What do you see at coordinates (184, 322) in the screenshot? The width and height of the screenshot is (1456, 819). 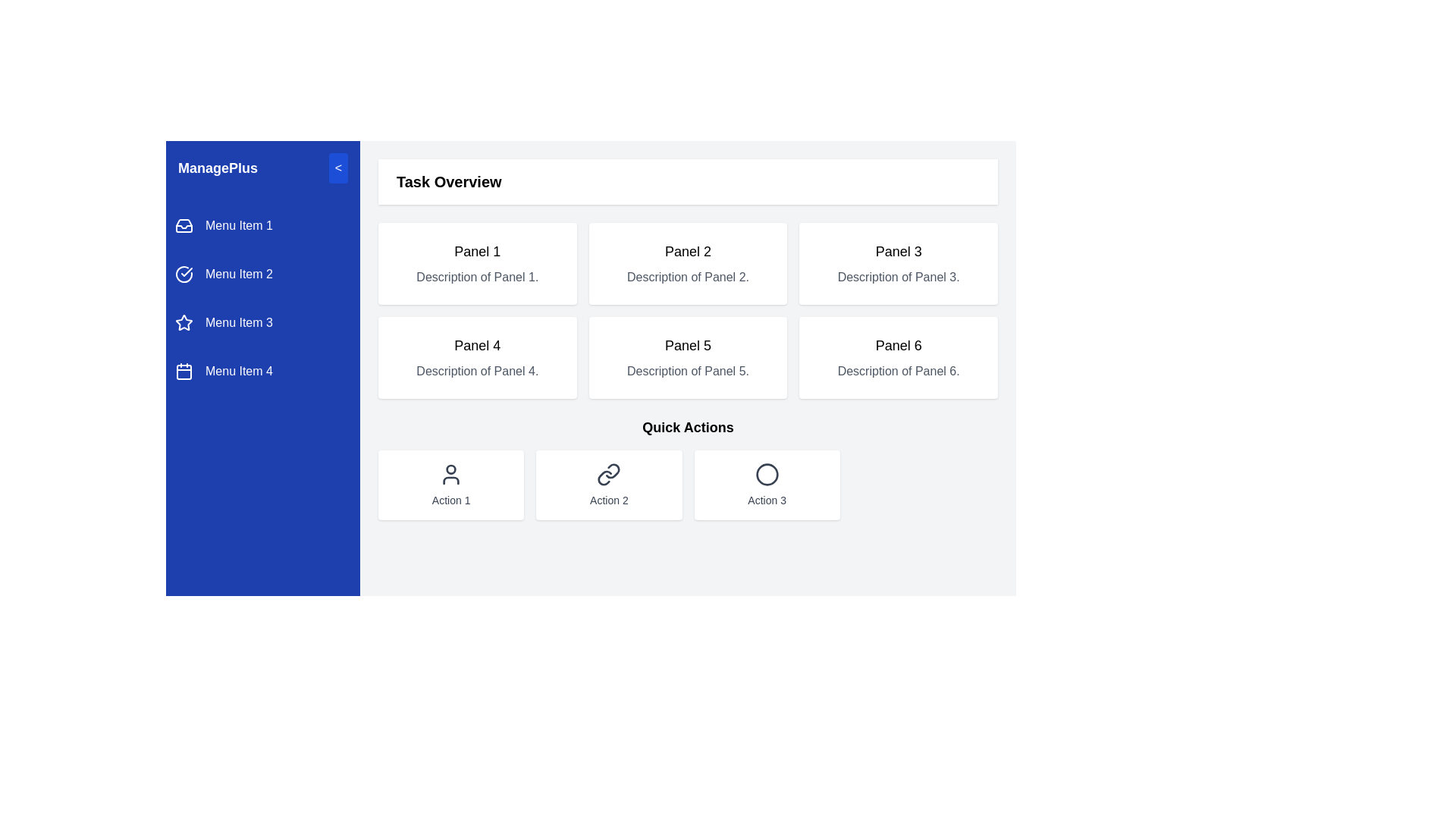 I see `the blue-filled star icon with a white inner border located in the vertical navigation menu` at bounding box center [184, 322].